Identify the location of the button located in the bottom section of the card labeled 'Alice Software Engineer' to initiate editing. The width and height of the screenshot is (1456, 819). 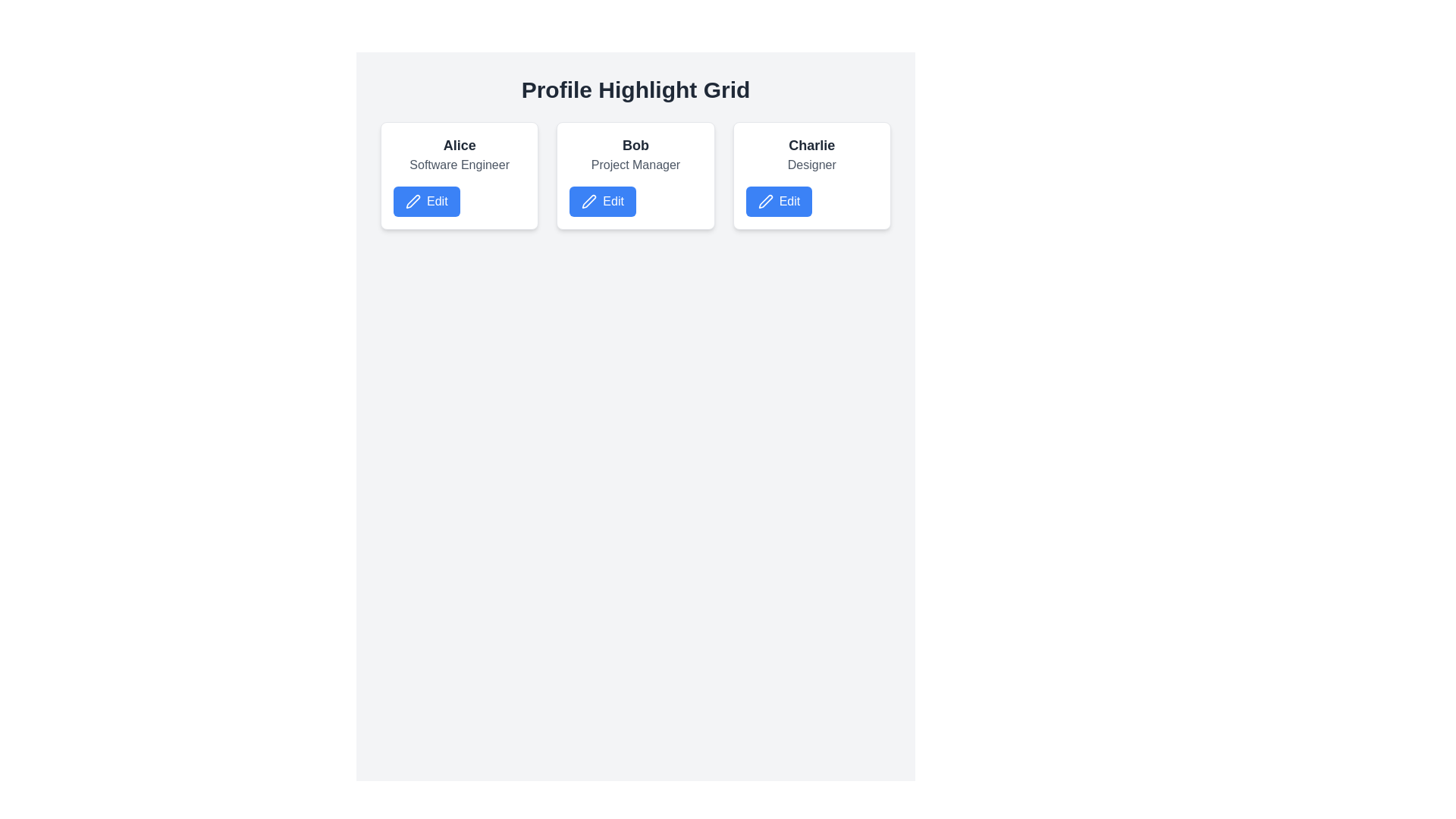
(425, 201).